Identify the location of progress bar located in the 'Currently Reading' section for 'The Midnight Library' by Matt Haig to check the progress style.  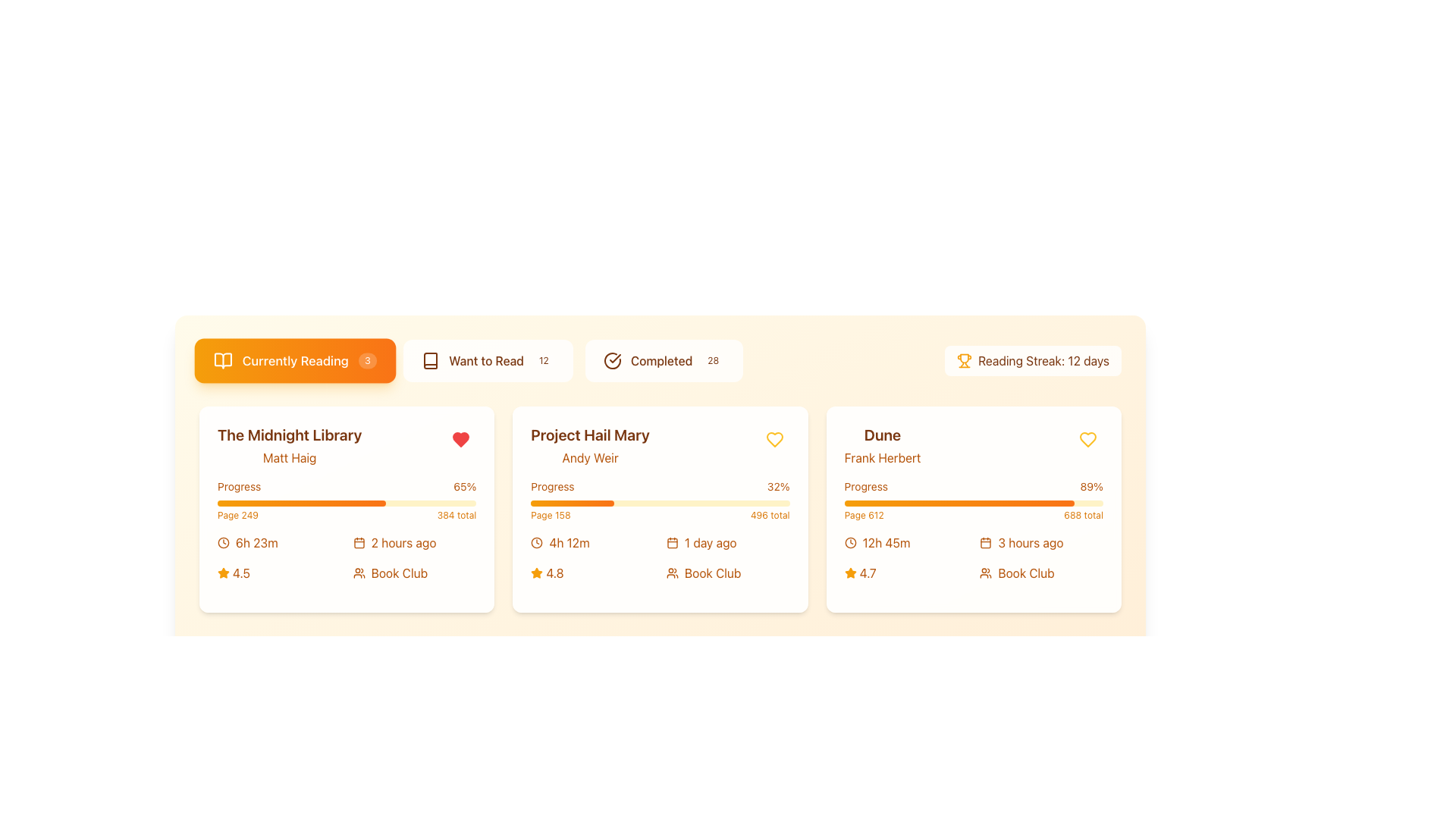
(302, 503).